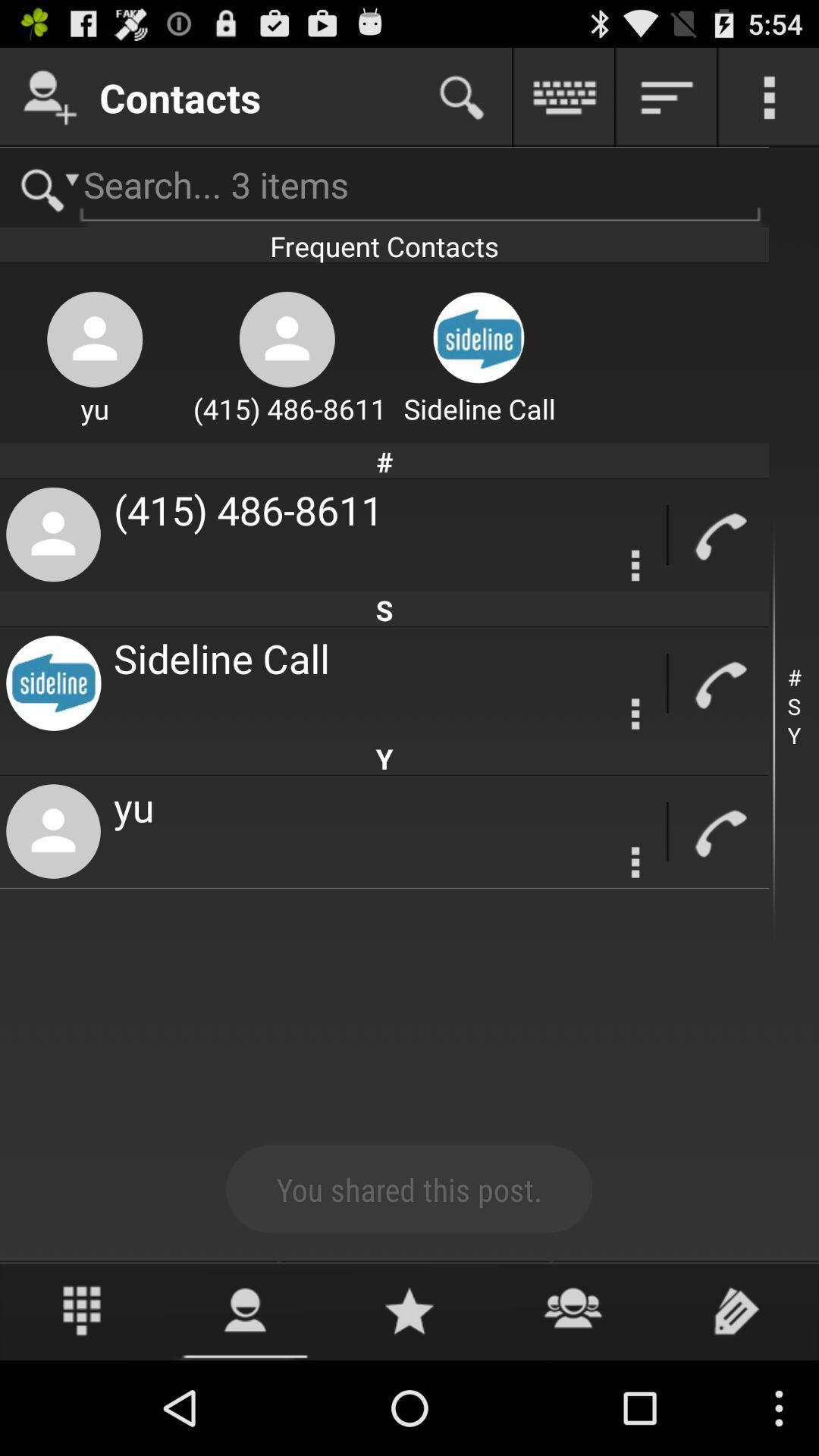 This screenshot has width=819, height=1456. I want to click on show details, so click(666, 96).